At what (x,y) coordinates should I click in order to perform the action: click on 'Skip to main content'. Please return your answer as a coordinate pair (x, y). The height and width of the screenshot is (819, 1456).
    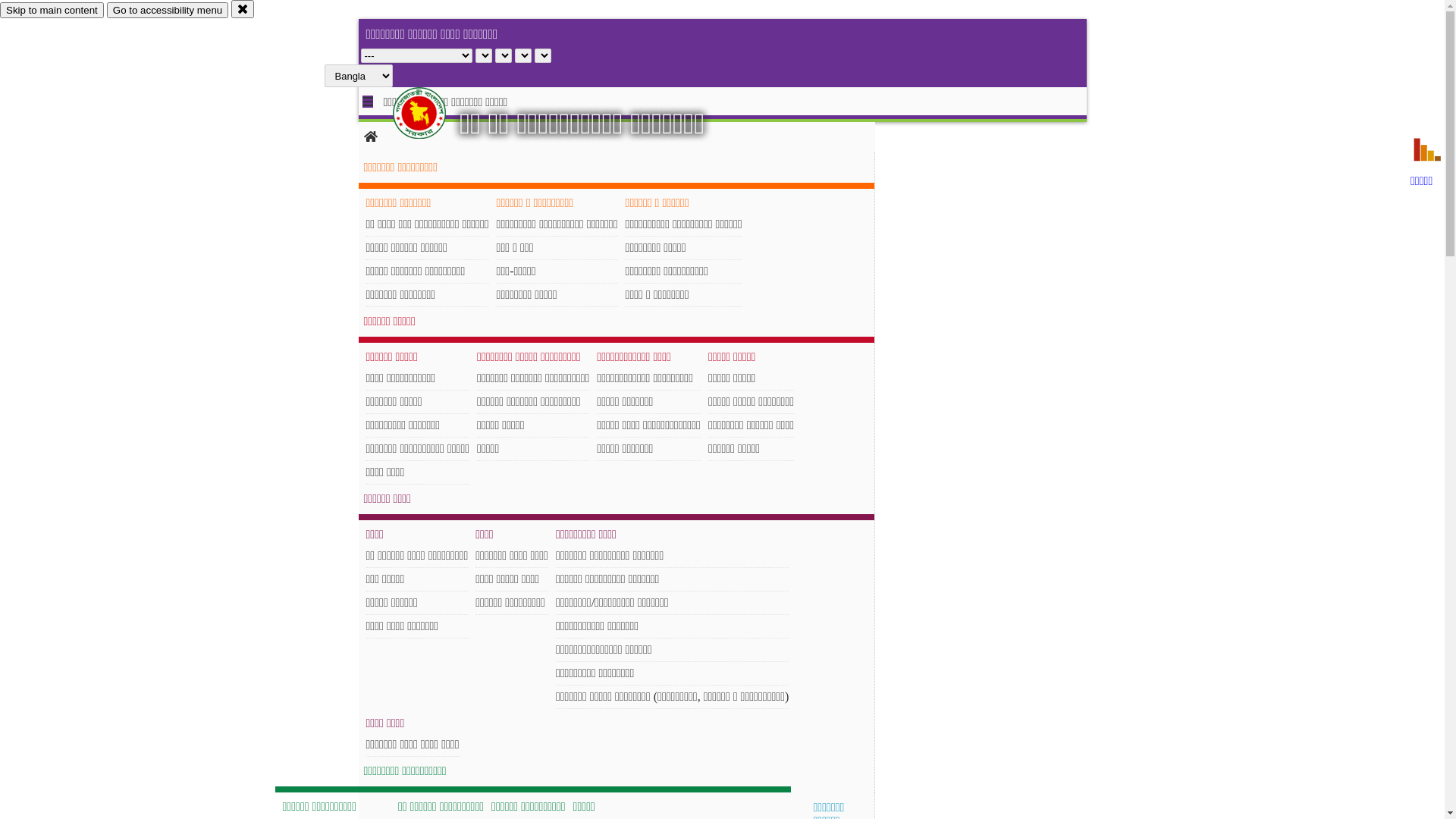
    Looking at the image, I should click on (52, 10).